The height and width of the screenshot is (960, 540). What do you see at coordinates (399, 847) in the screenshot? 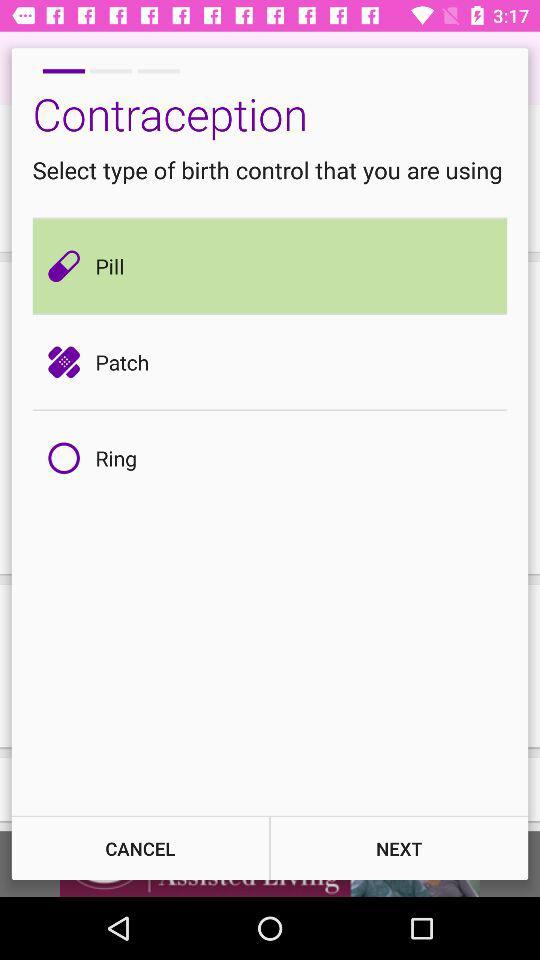
I see `the next button which at the bottom of the page` at bounding box center [399, 847].